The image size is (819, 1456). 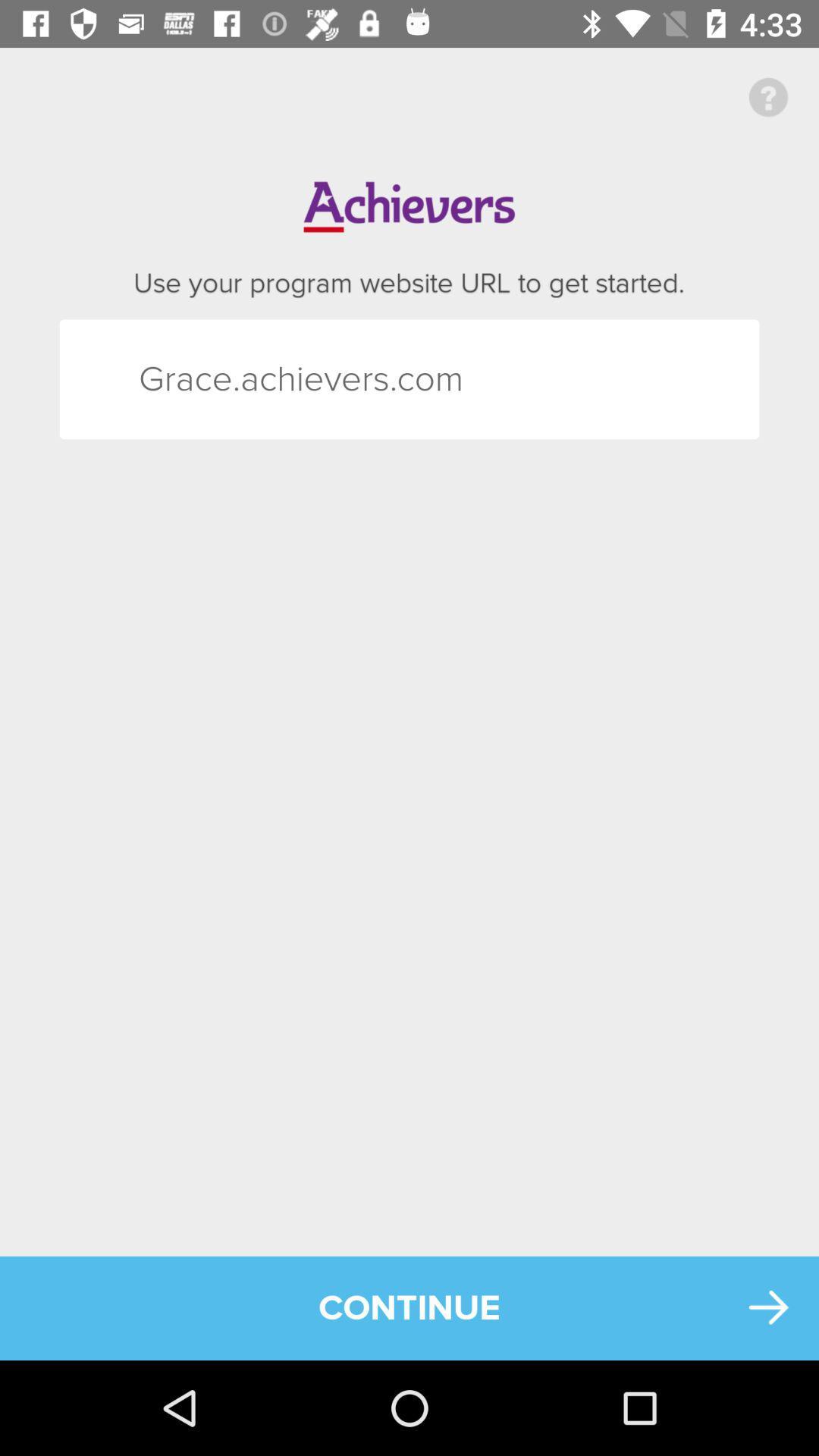 I want to click on the icon next to .achievers.com icon, so click(x=166, y=379).